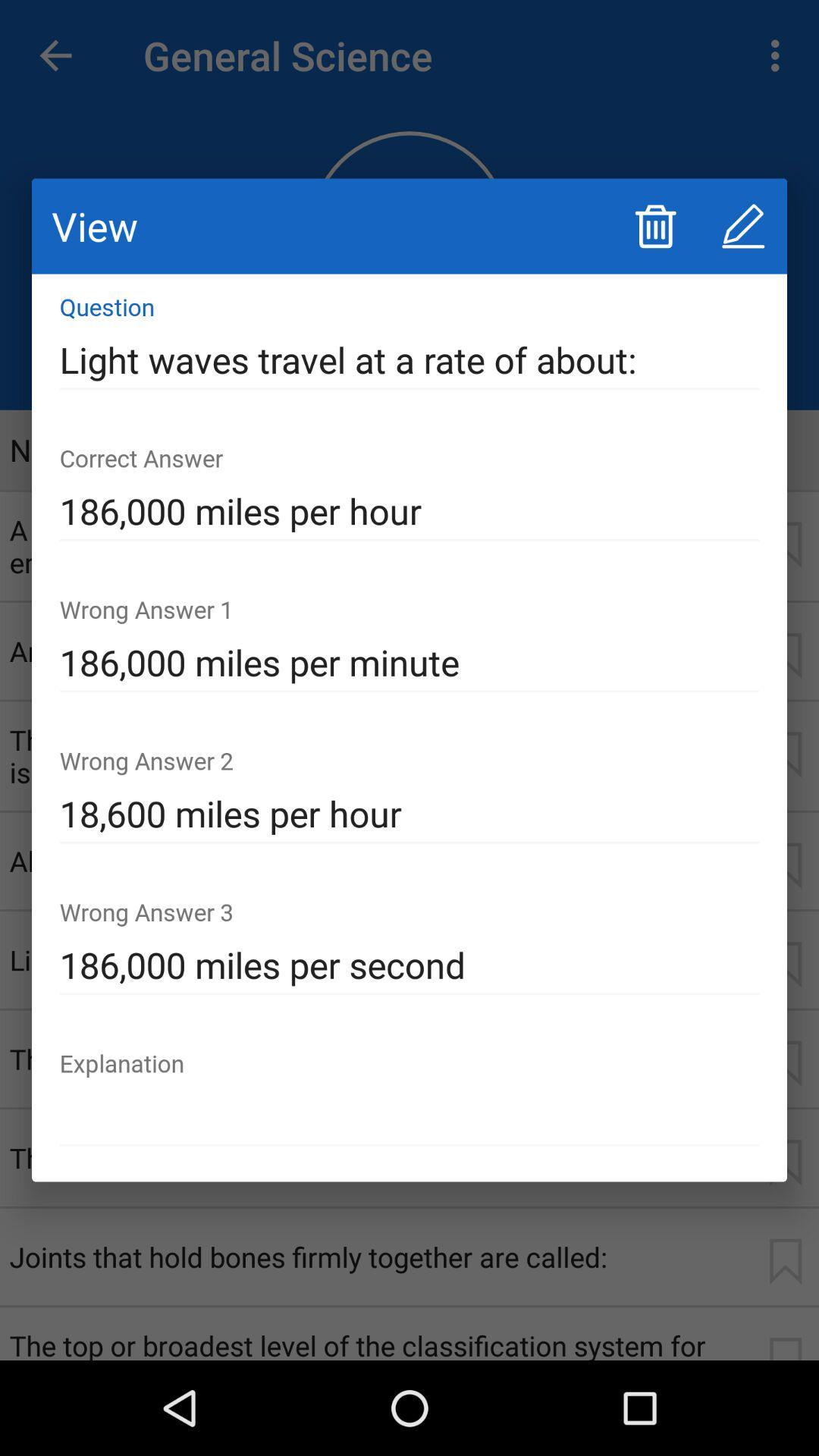  I want to click on the item above 186 000 miles icon, so click(409, 359).